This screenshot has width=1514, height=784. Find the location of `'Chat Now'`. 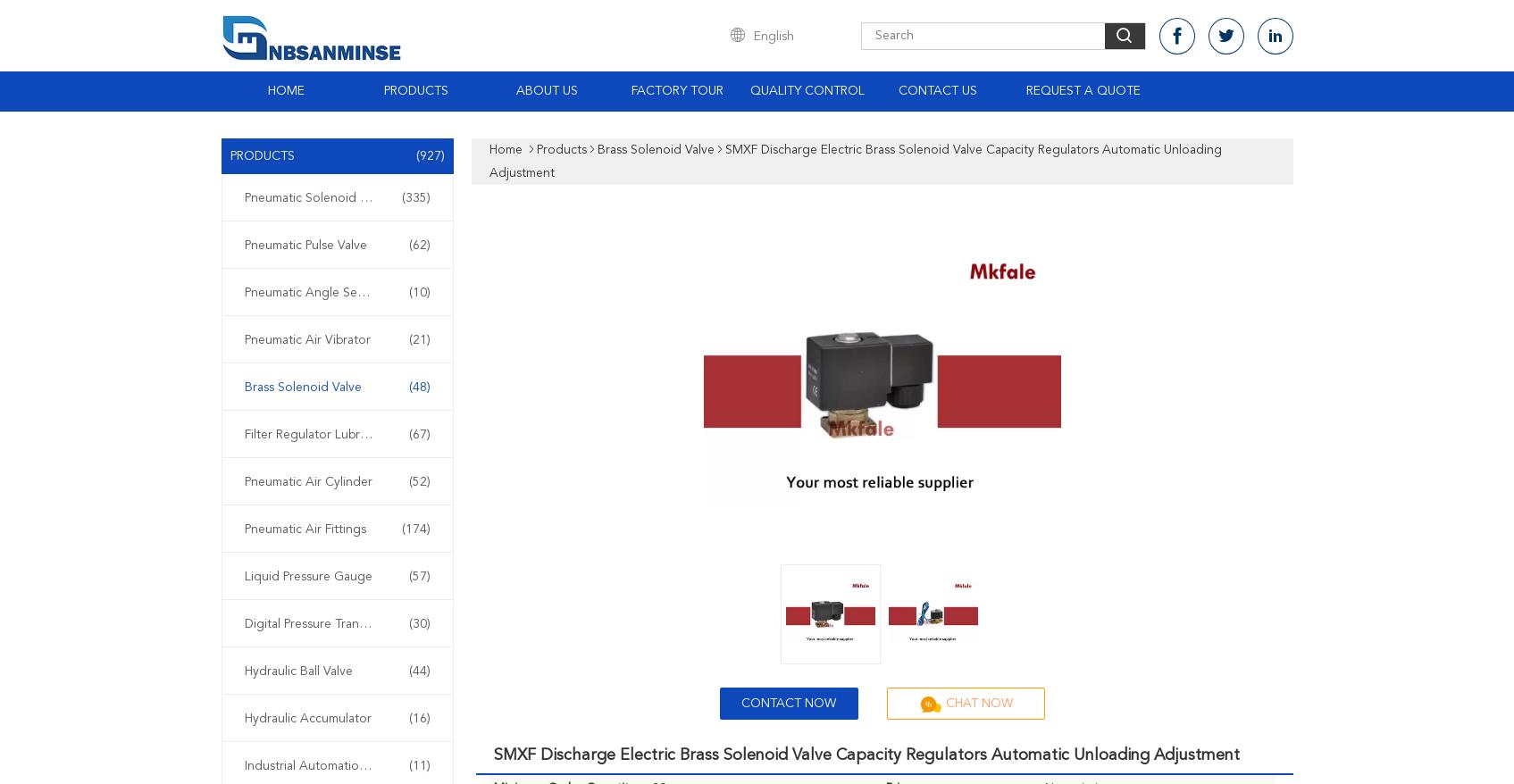

'Chat Now' is located at coordinates (978, 704).